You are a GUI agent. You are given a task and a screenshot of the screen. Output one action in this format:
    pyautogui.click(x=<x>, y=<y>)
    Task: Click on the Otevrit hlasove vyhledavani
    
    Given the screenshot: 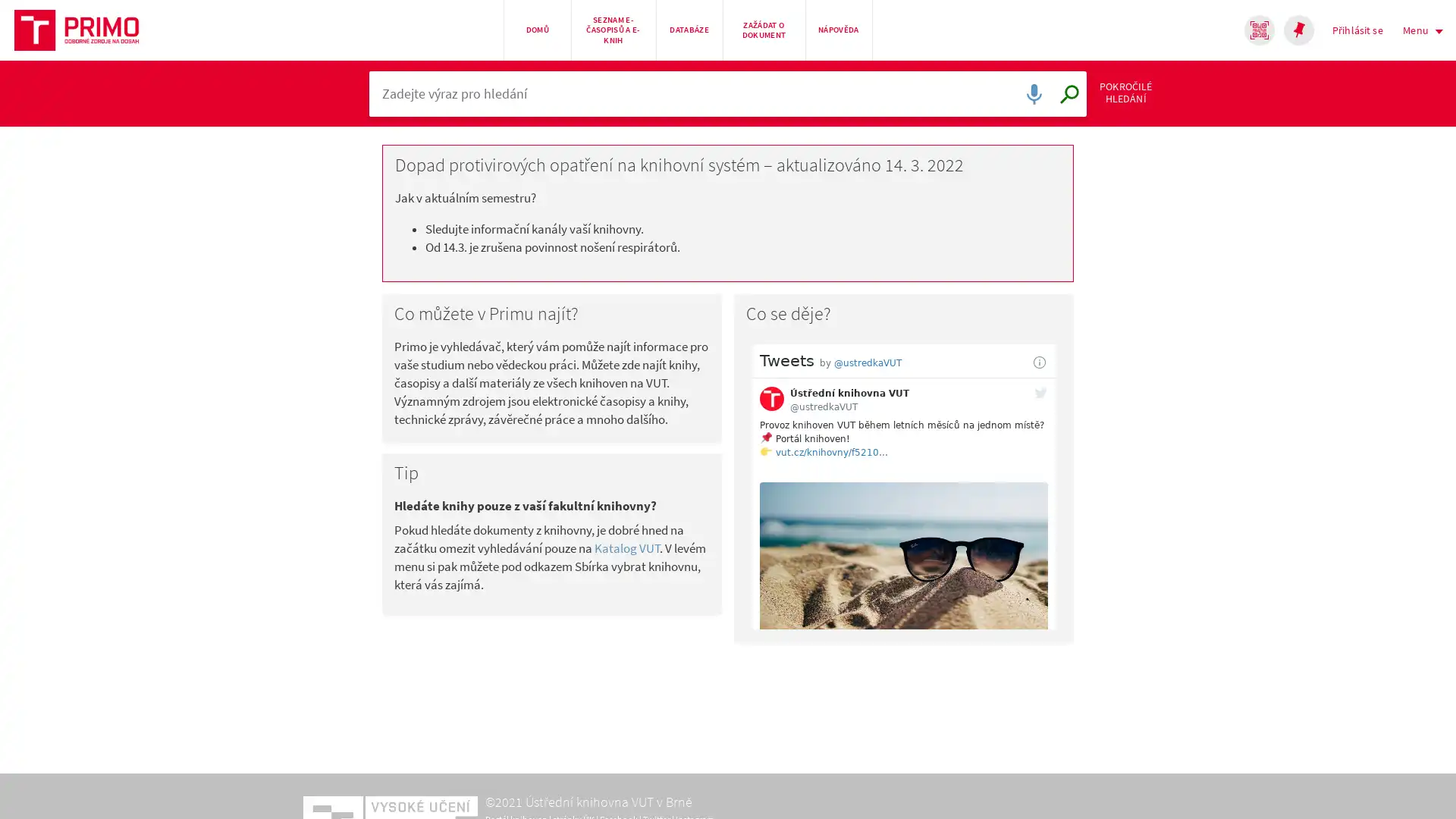 What is the action you would take?
    pyautogui.click(x=1030, y=99)
    